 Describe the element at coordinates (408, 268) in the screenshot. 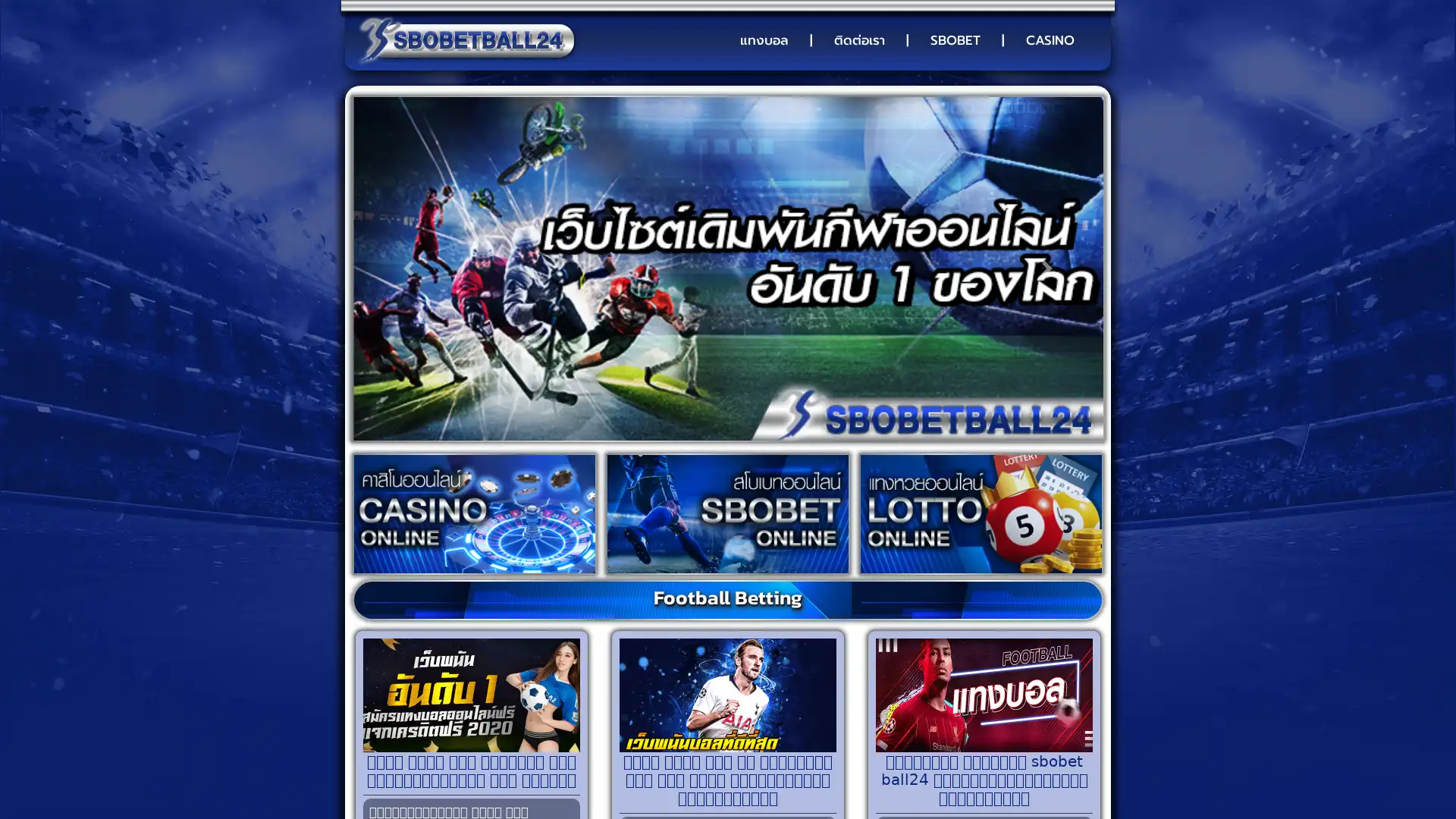

I see `Previous` at that location.